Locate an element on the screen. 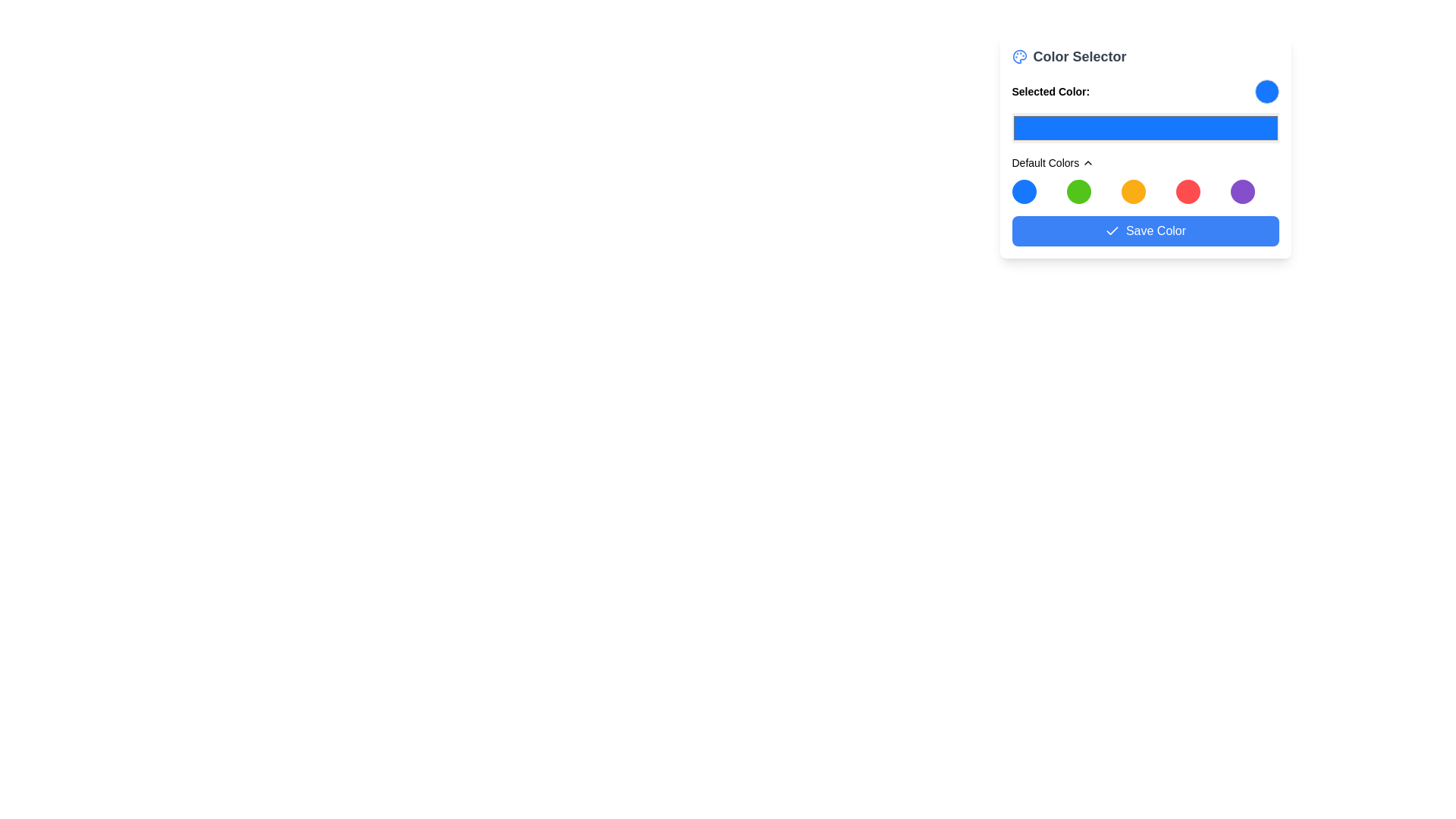 The image size is (1456, 819). the vivid orange circular color option, which is the third in a row of five color circles beneath the 'Default Colors' title is located at coordinates (1133, 191).